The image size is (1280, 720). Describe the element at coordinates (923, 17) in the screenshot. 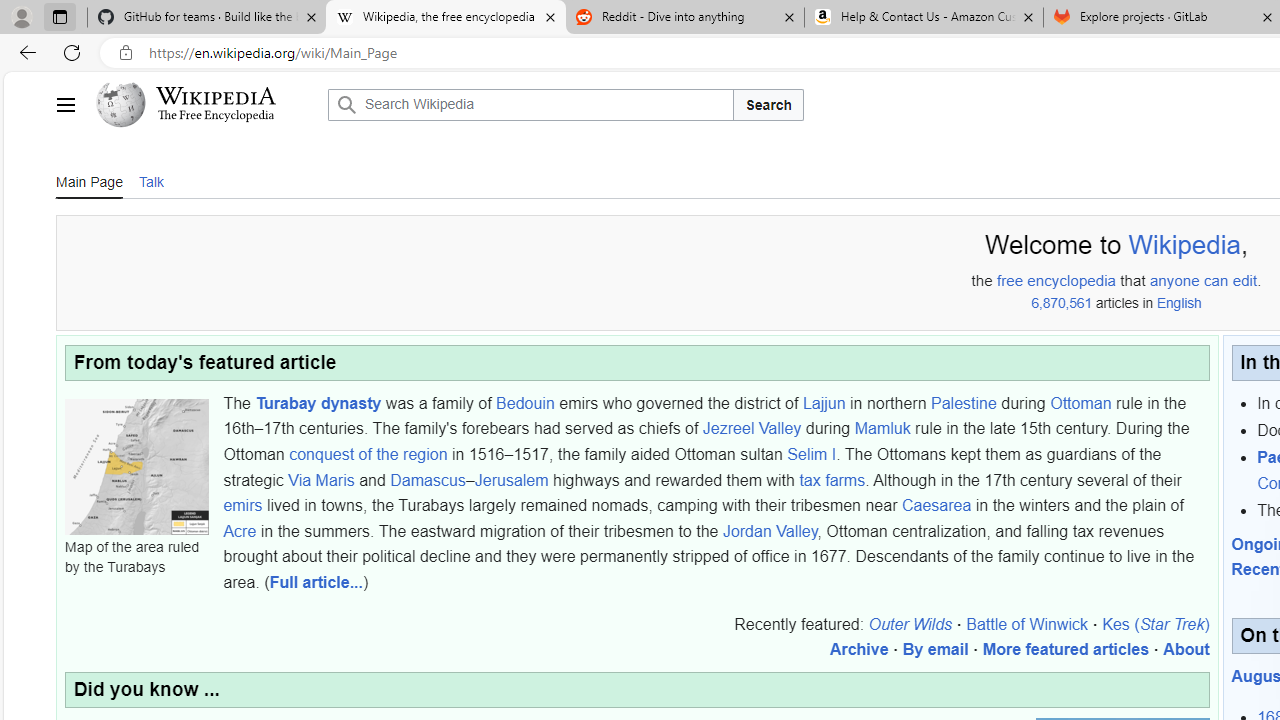

I see `'Help & Contact Us - Amazon Customer Service'` at that location.